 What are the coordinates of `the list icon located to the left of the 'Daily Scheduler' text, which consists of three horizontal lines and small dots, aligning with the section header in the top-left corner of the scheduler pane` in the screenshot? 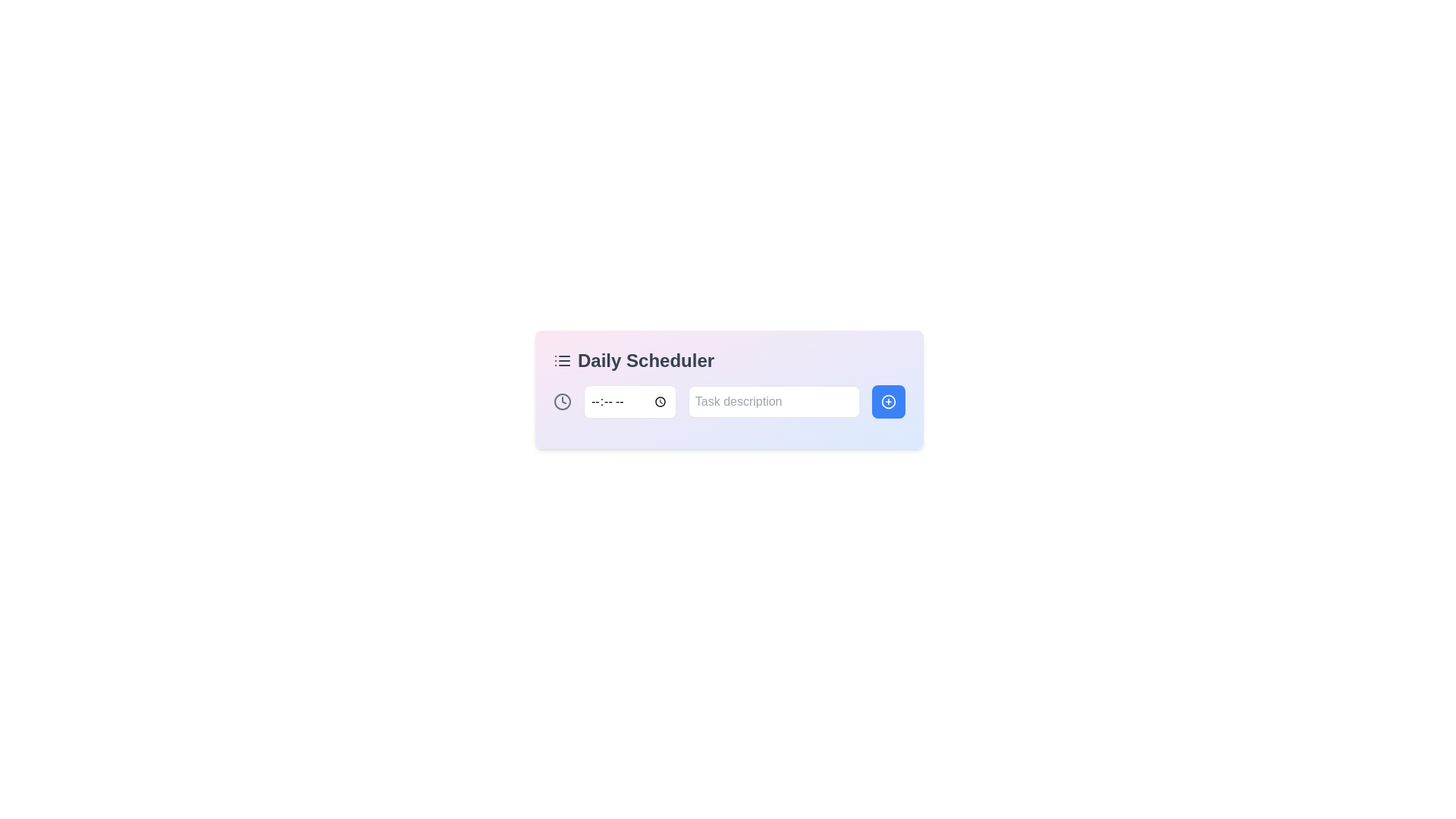 It's located at (562, 360).